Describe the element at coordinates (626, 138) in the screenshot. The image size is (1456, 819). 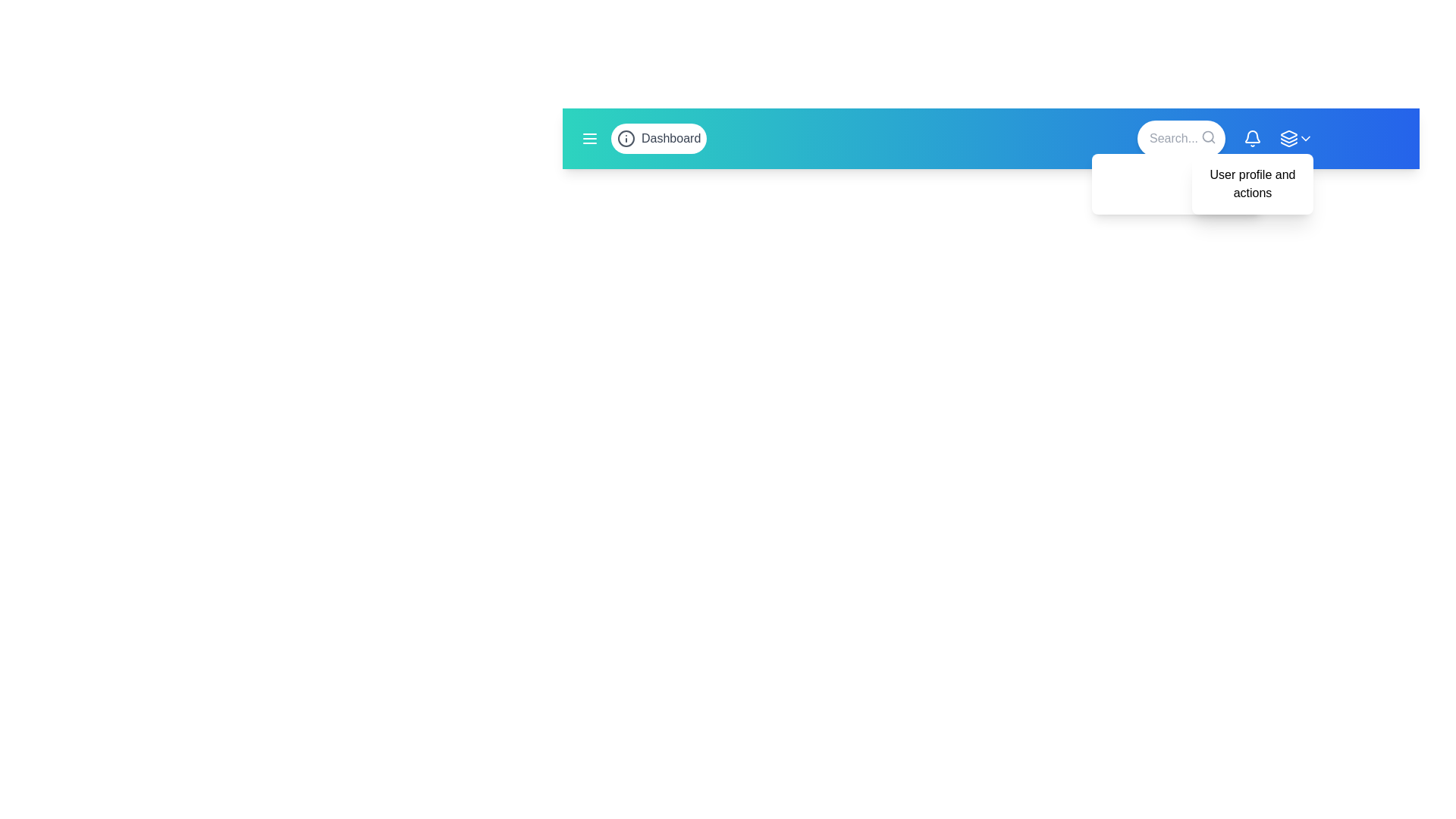
I see `the circular gray icon located to the left of the 'Dashboard' text in the header bar` at that location.